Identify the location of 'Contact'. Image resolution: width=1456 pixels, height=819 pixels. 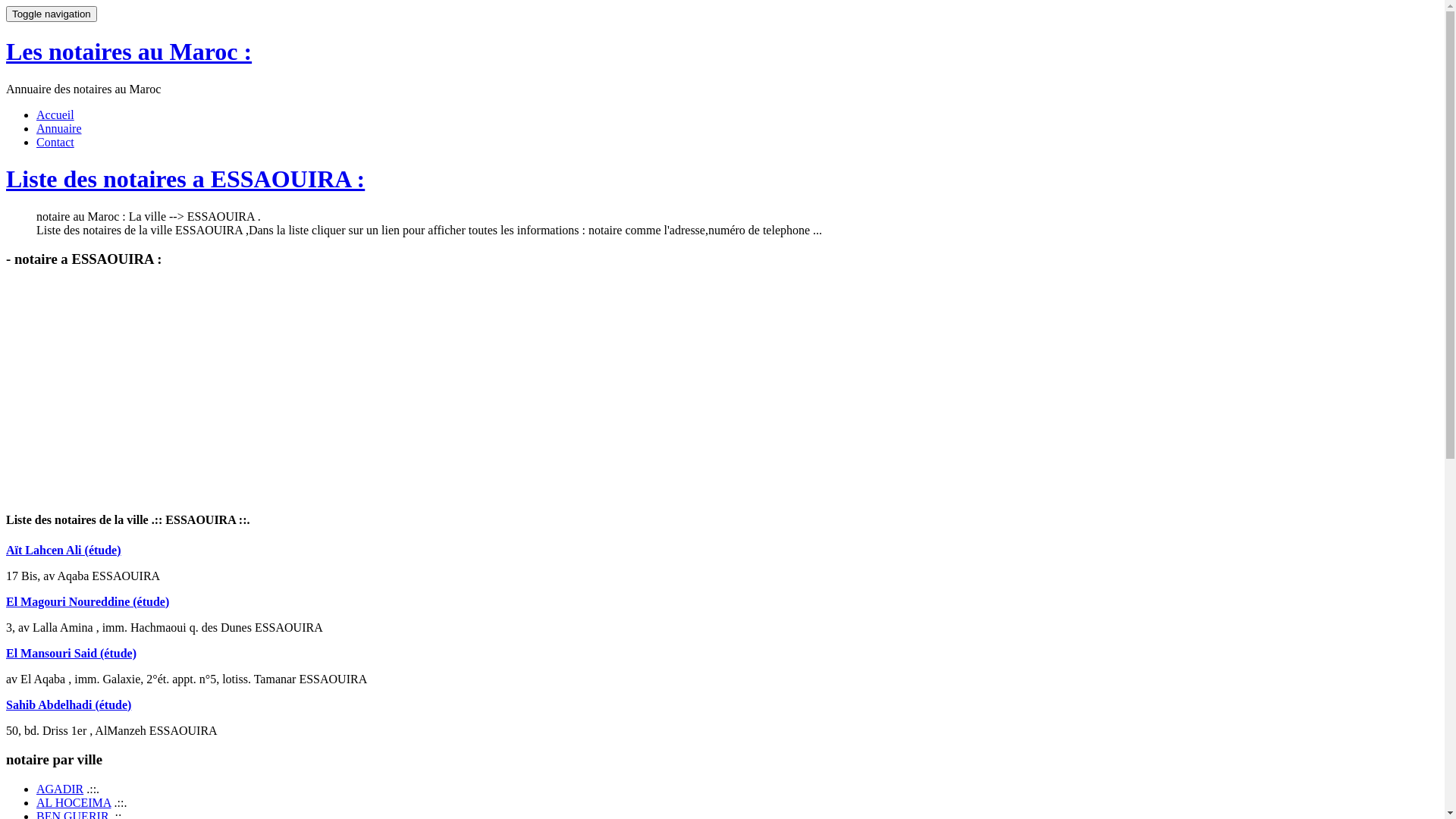
(55, 142).